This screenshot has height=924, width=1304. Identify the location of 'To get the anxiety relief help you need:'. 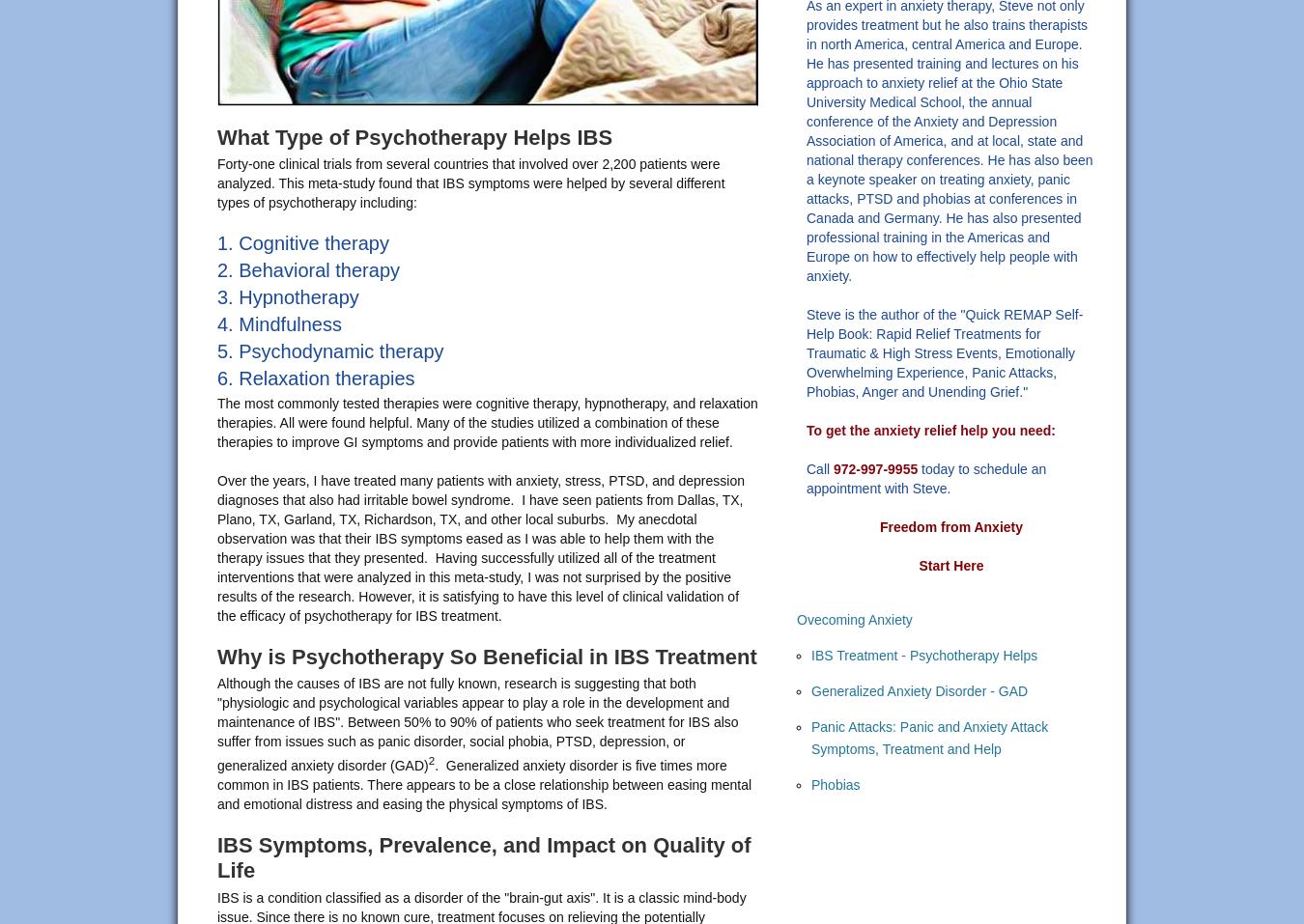
(930, 429).